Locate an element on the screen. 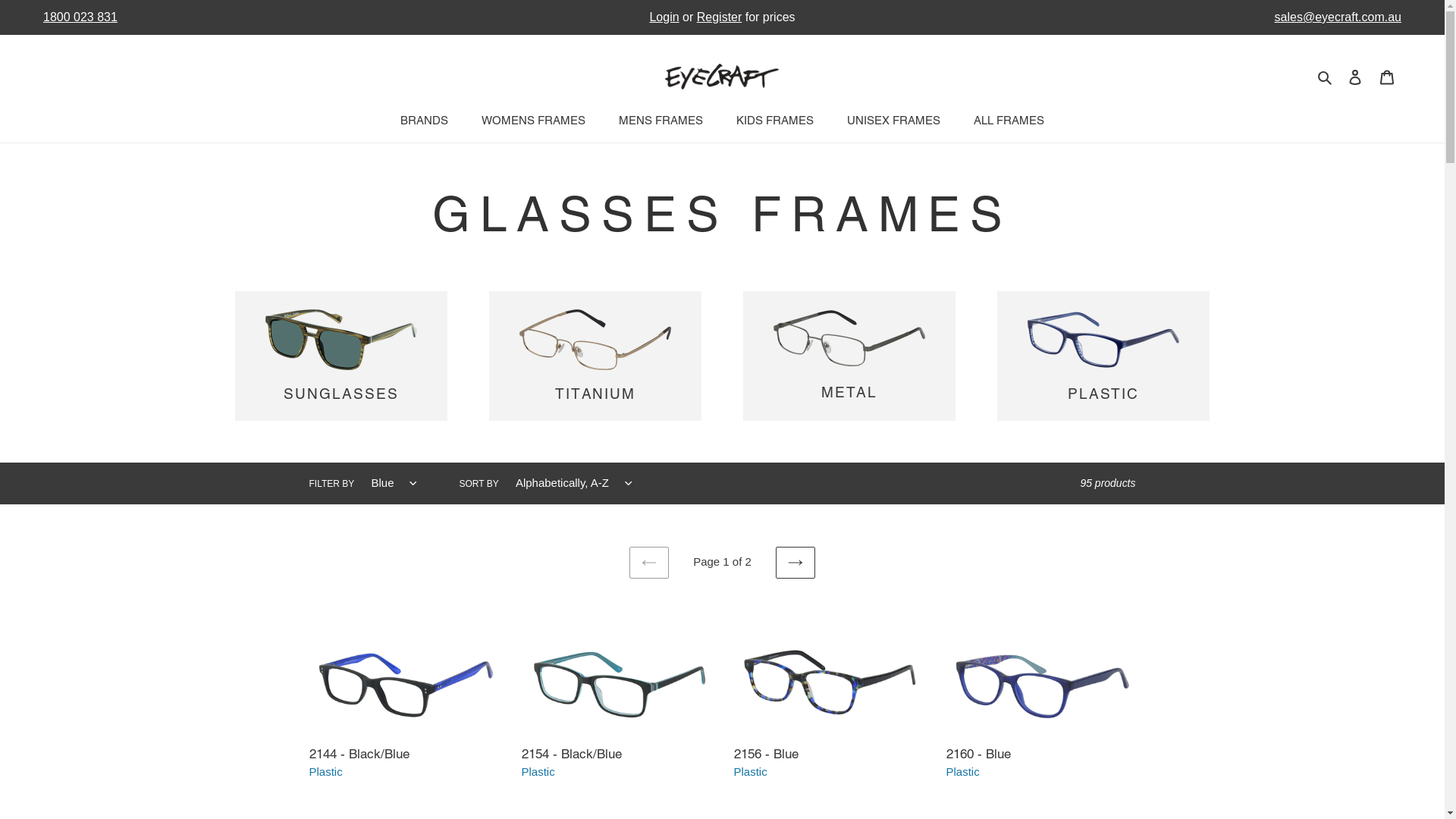  'Cart' is located at coordinates (1386, 77).